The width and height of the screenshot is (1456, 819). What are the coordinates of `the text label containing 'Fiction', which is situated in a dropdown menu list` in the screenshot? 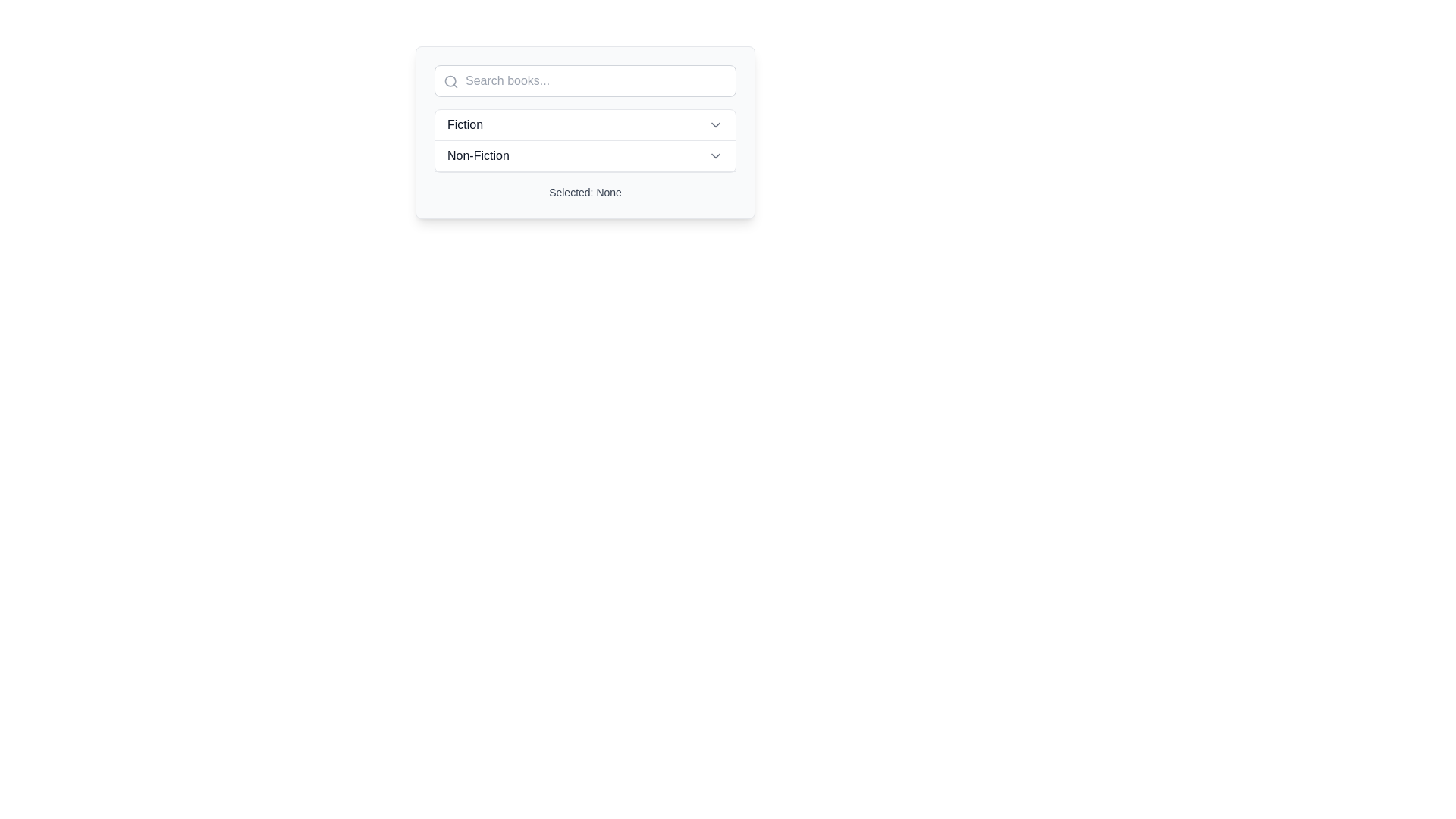 It's located at (464, 124).